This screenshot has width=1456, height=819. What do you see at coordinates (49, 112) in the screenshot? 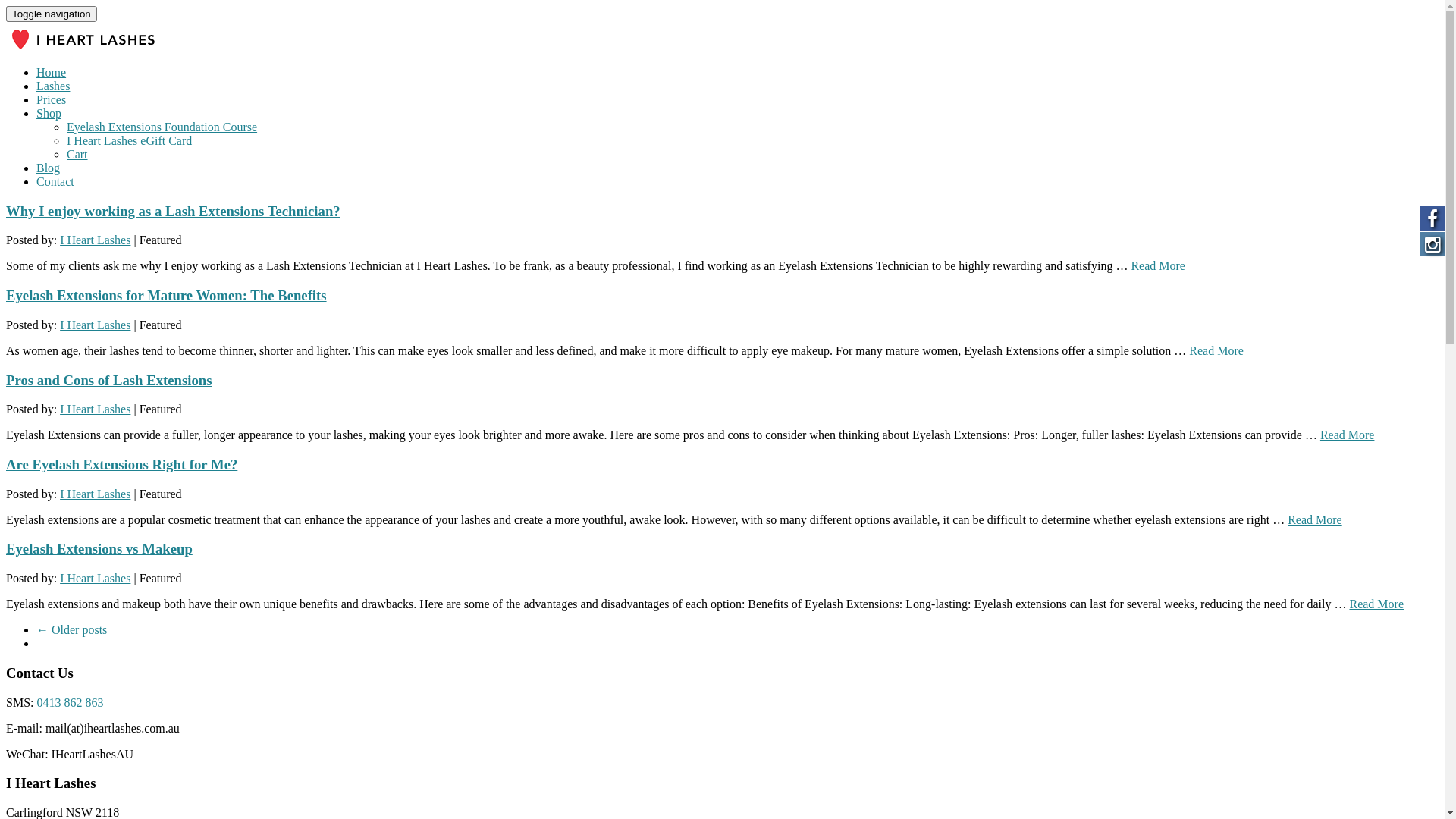
I see `'Shop'` at bounding box center [49, 112].